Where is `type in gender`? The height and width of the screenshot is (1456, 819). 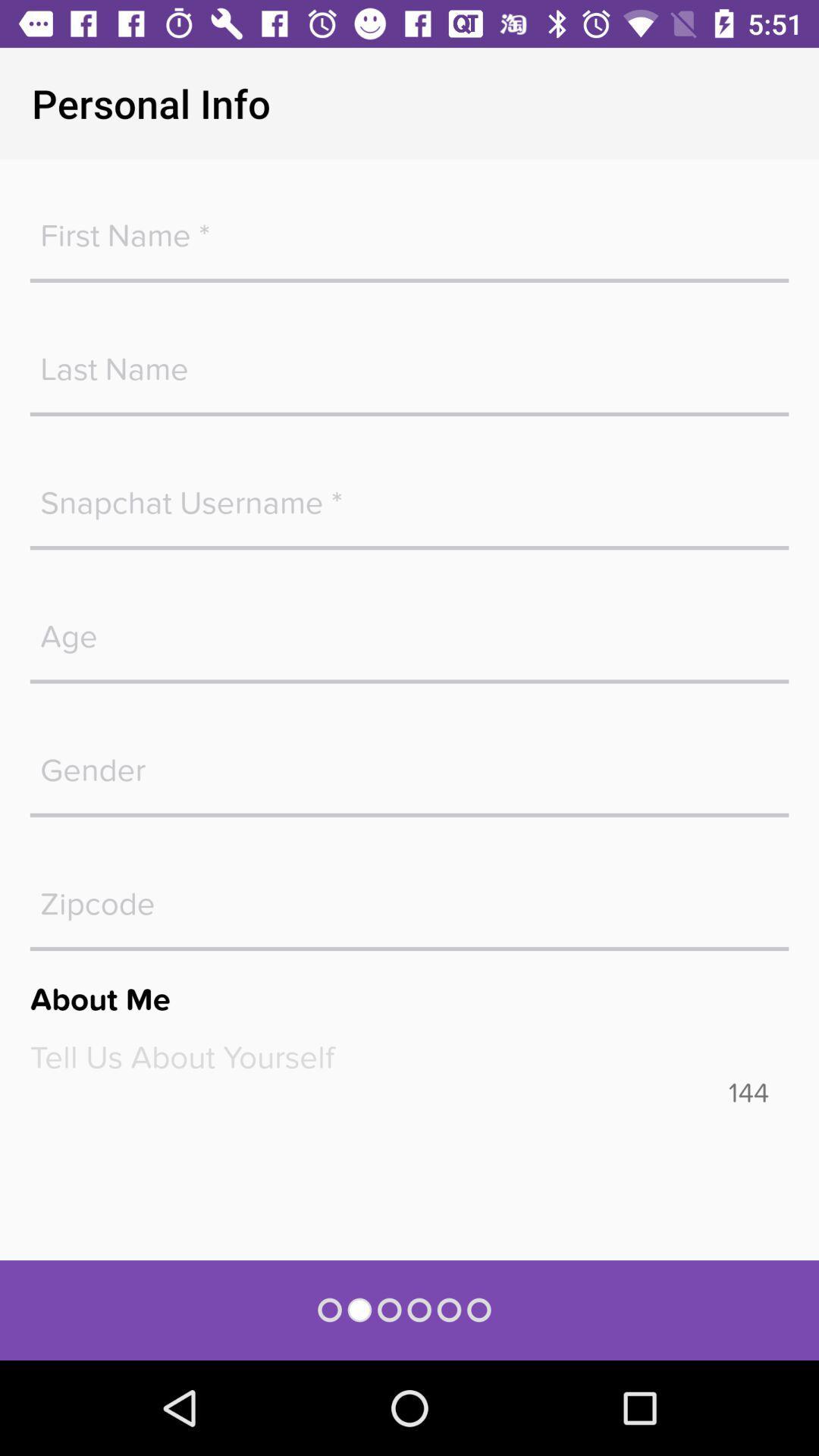
type in gender is located at coordinates (409, 762).